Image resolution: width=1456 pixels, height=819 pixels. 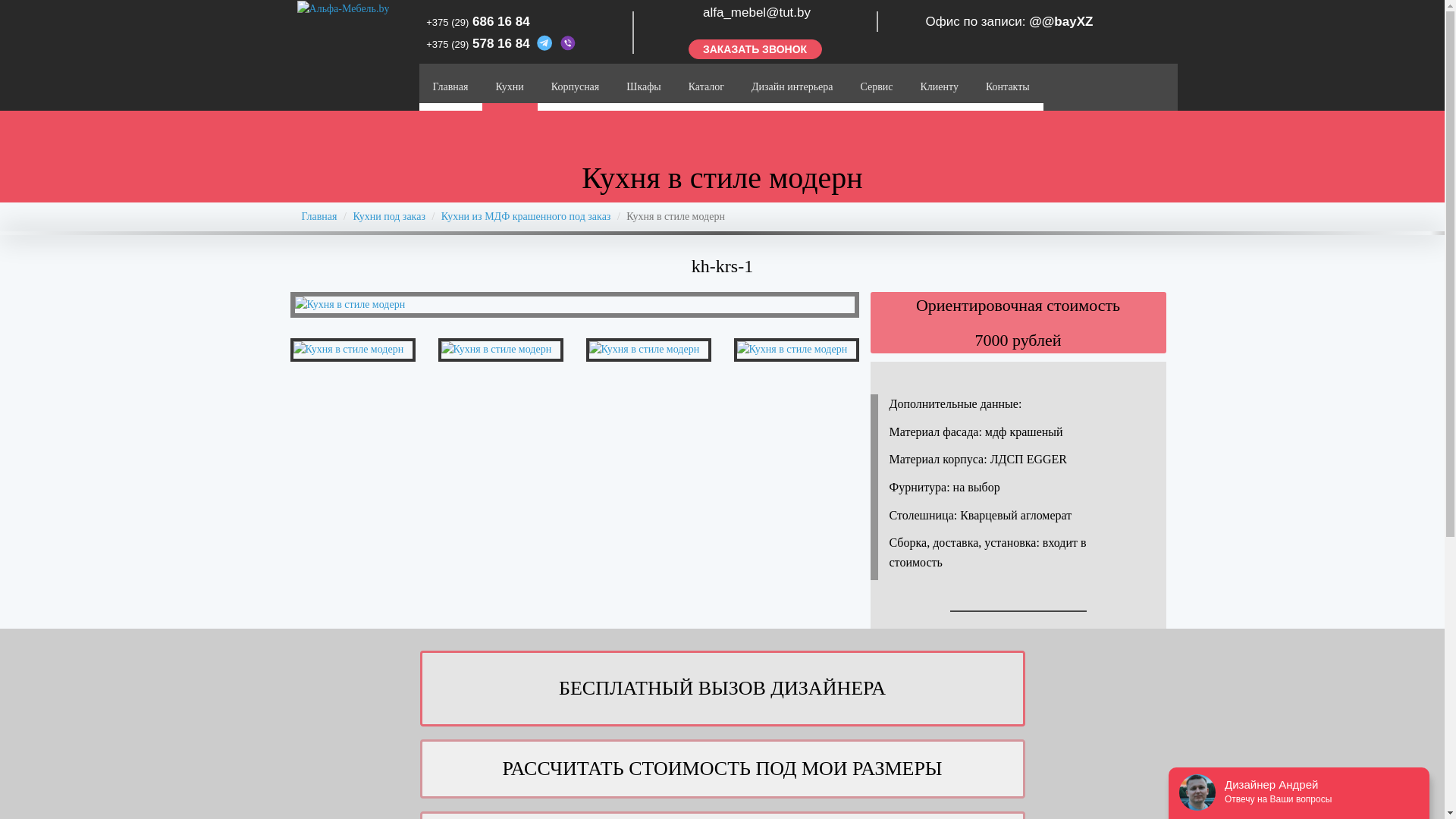 What do you see at coordinates (501, 21) in the screenshot?
I see `'686 16 84'` at bounding box center [501, 21].